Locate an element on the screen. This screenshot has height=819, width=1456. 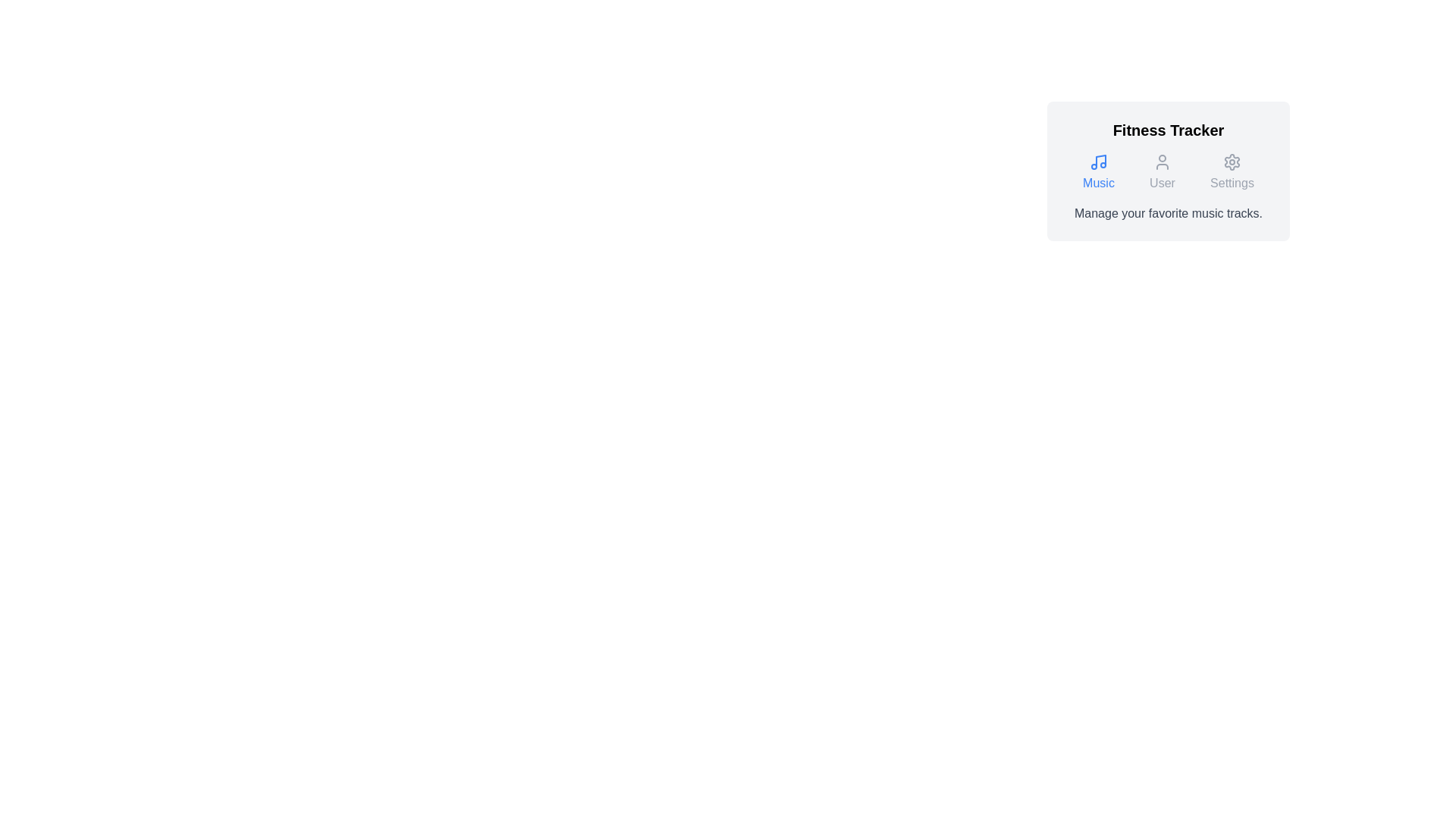
the text label reading 'User', which is centrally aligned under the user icon in a three-option layout is located at coordinates (1161, 183).